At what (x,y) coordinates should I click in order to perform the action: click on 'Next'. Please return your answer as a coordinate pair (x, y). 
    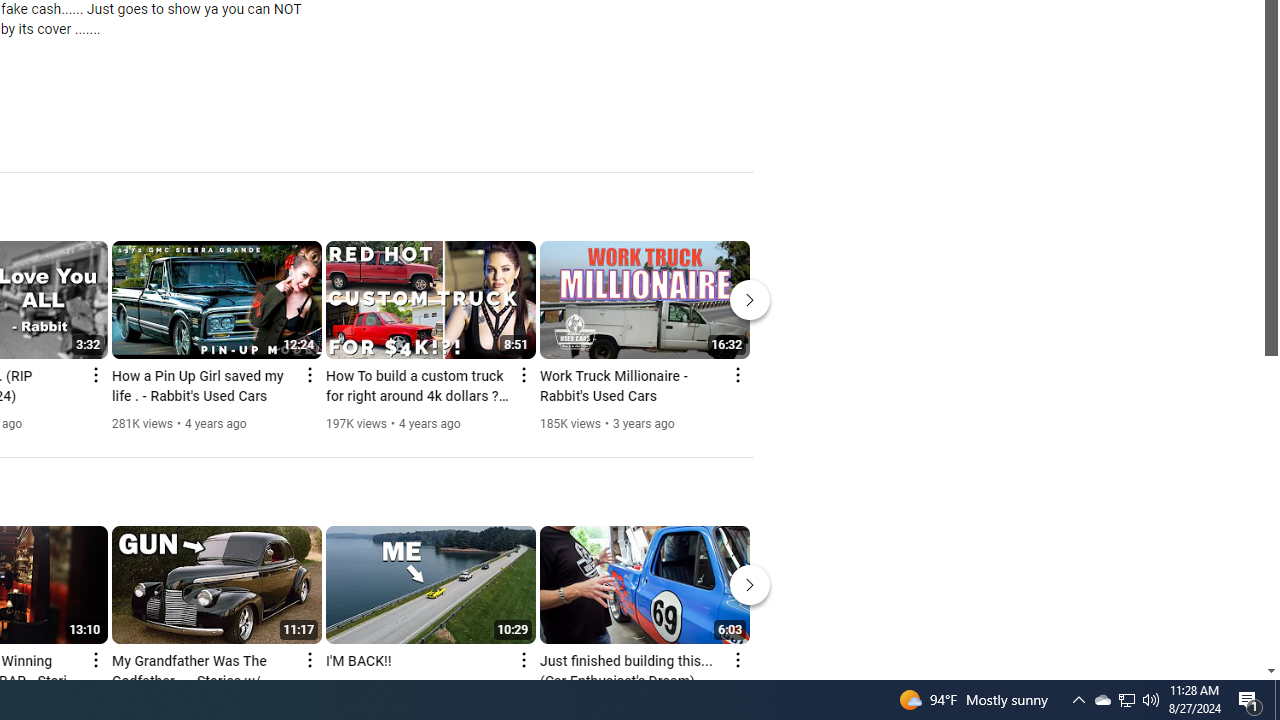
    Looking at the image, I should click on (749, 585).